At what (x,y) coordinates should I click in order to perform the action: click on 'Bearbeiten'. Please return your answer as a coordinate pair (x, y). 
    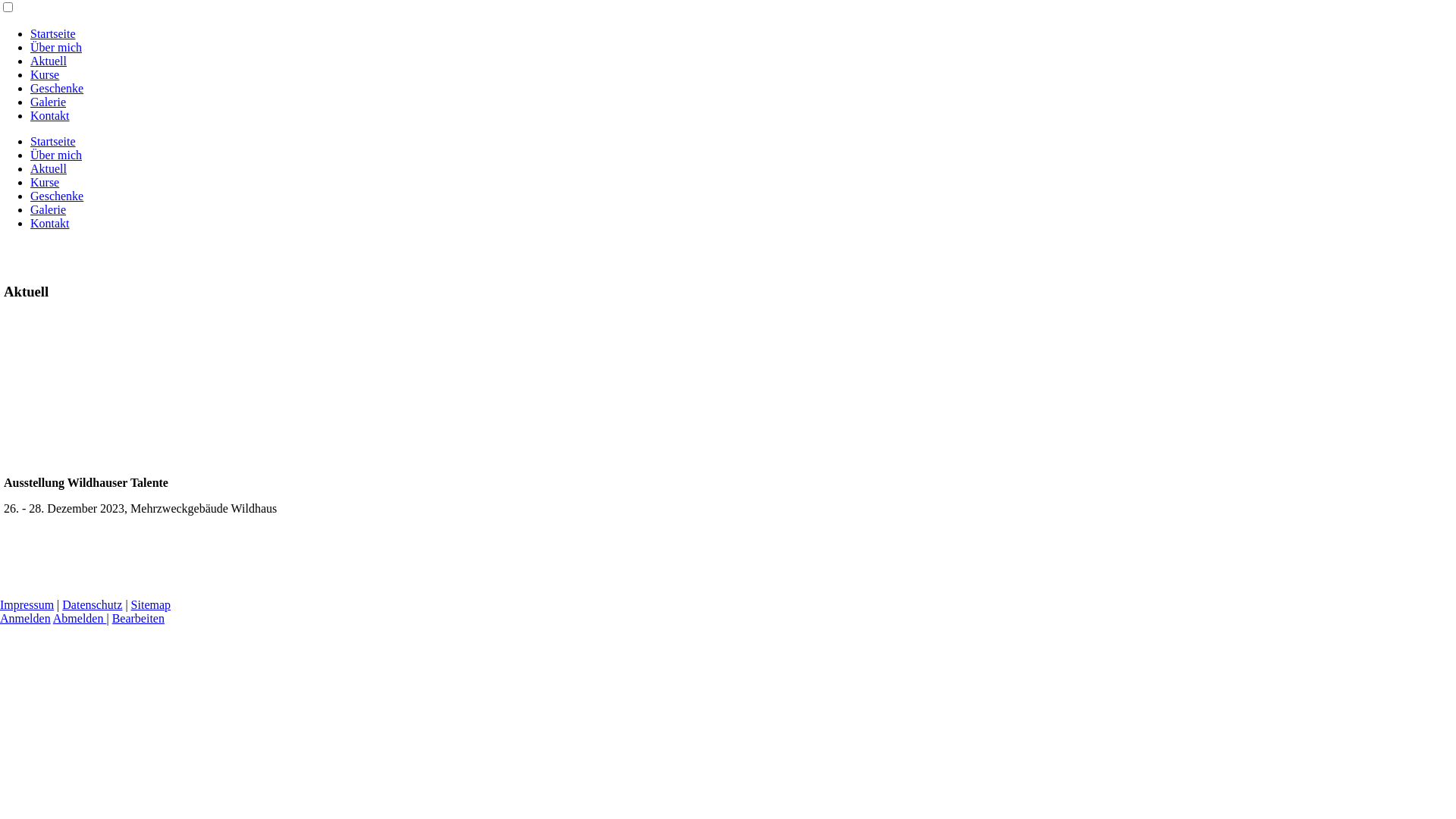
    Looking at the image, I should click on (138, 618).